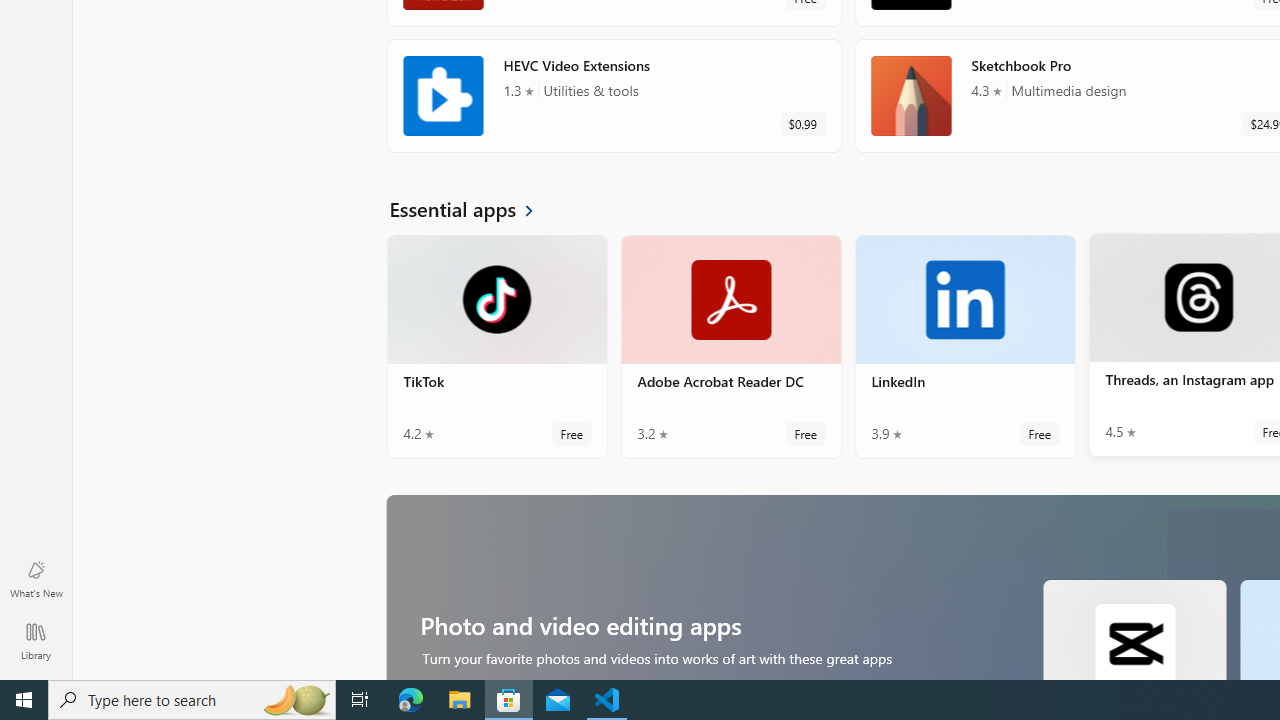 The image size is (1280, 720). What do you see at coordinates (35, 578) in the screenshot?
I see `'What'` at bounding box center [35, 578].